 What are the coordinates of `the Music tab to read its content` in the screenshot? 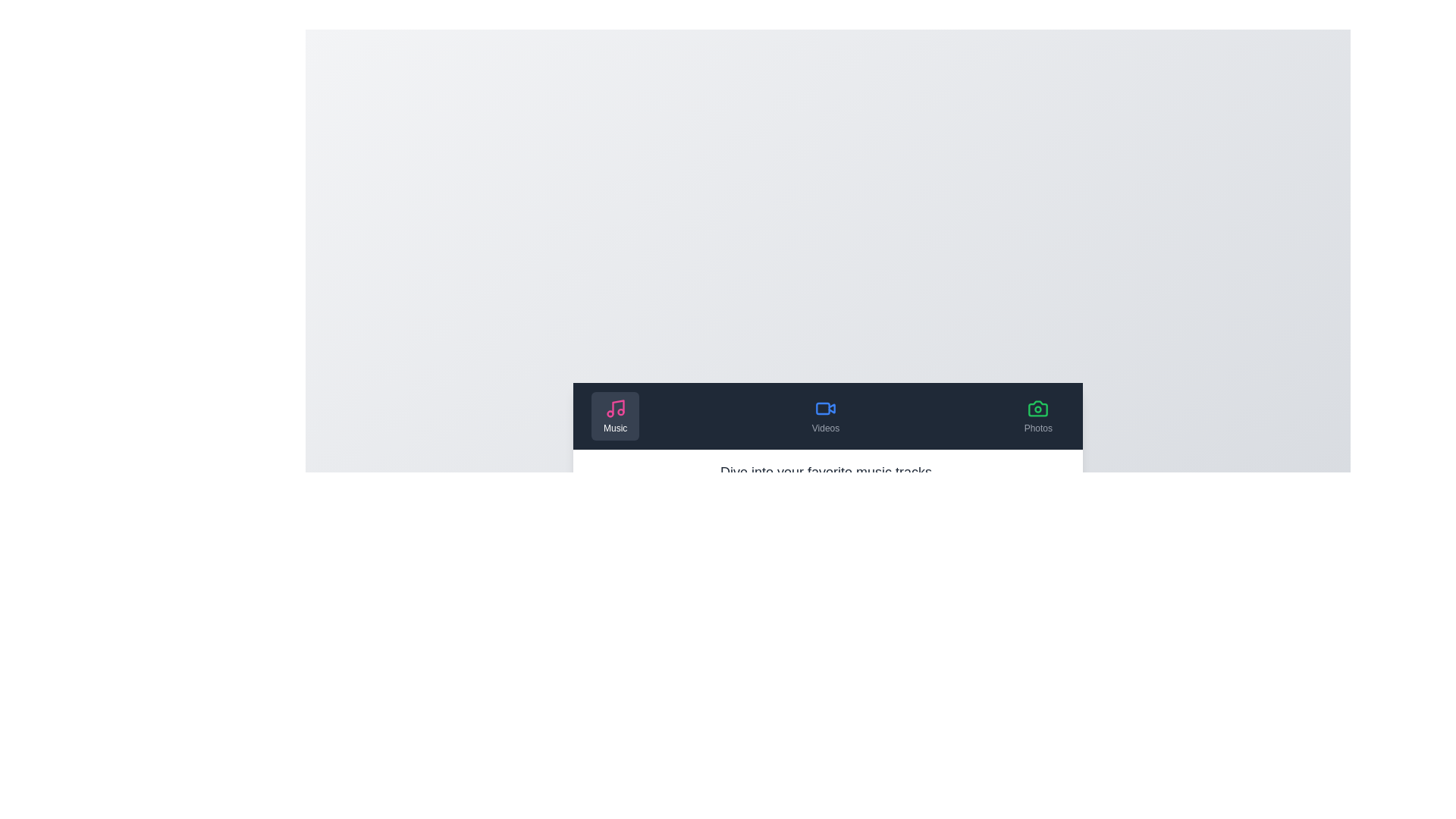 It's located at (615, 416).